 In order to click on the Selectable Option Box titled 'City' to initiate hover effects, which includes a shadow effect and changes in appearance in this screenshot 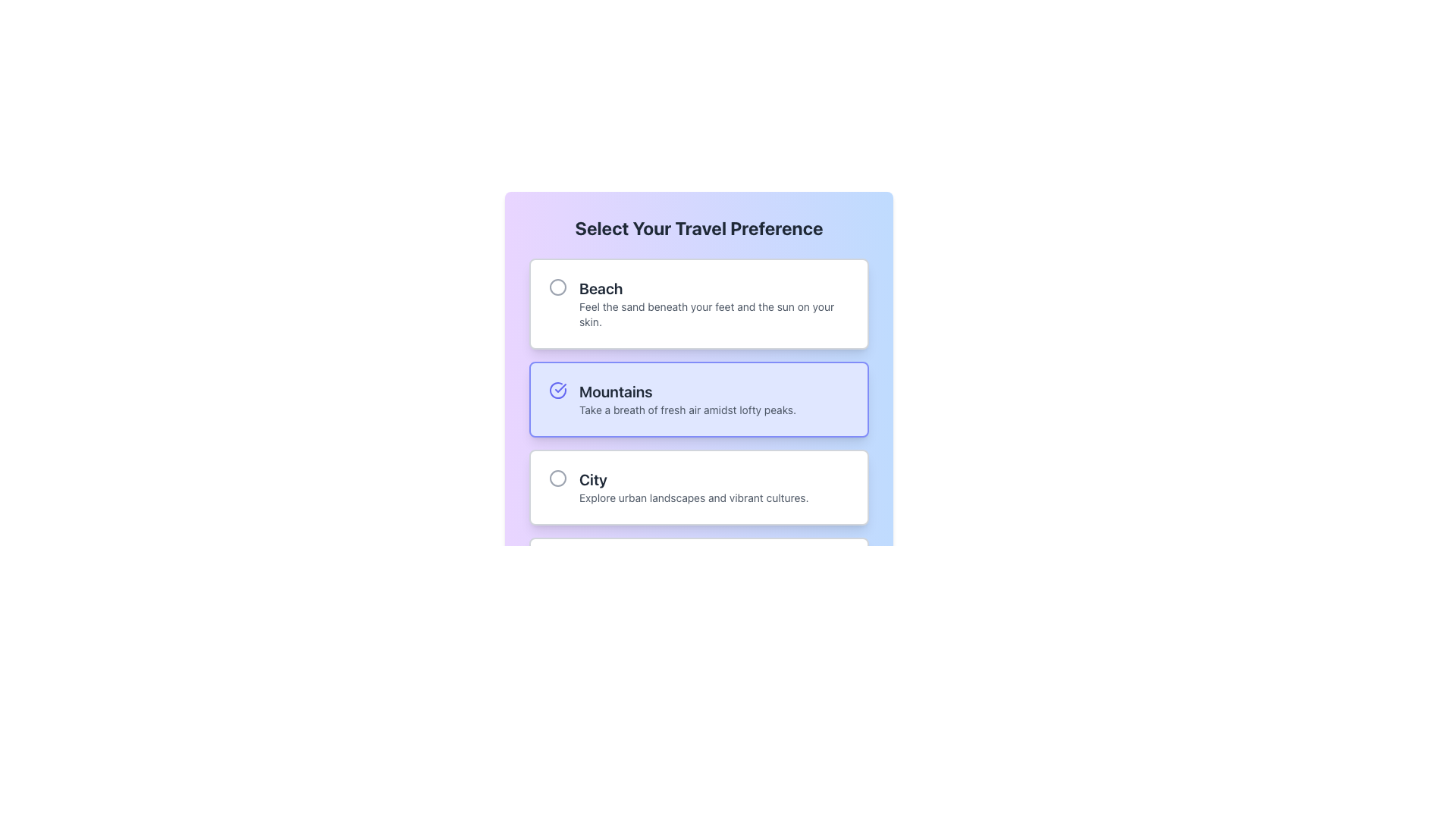, I will do `click(698, 488)`.